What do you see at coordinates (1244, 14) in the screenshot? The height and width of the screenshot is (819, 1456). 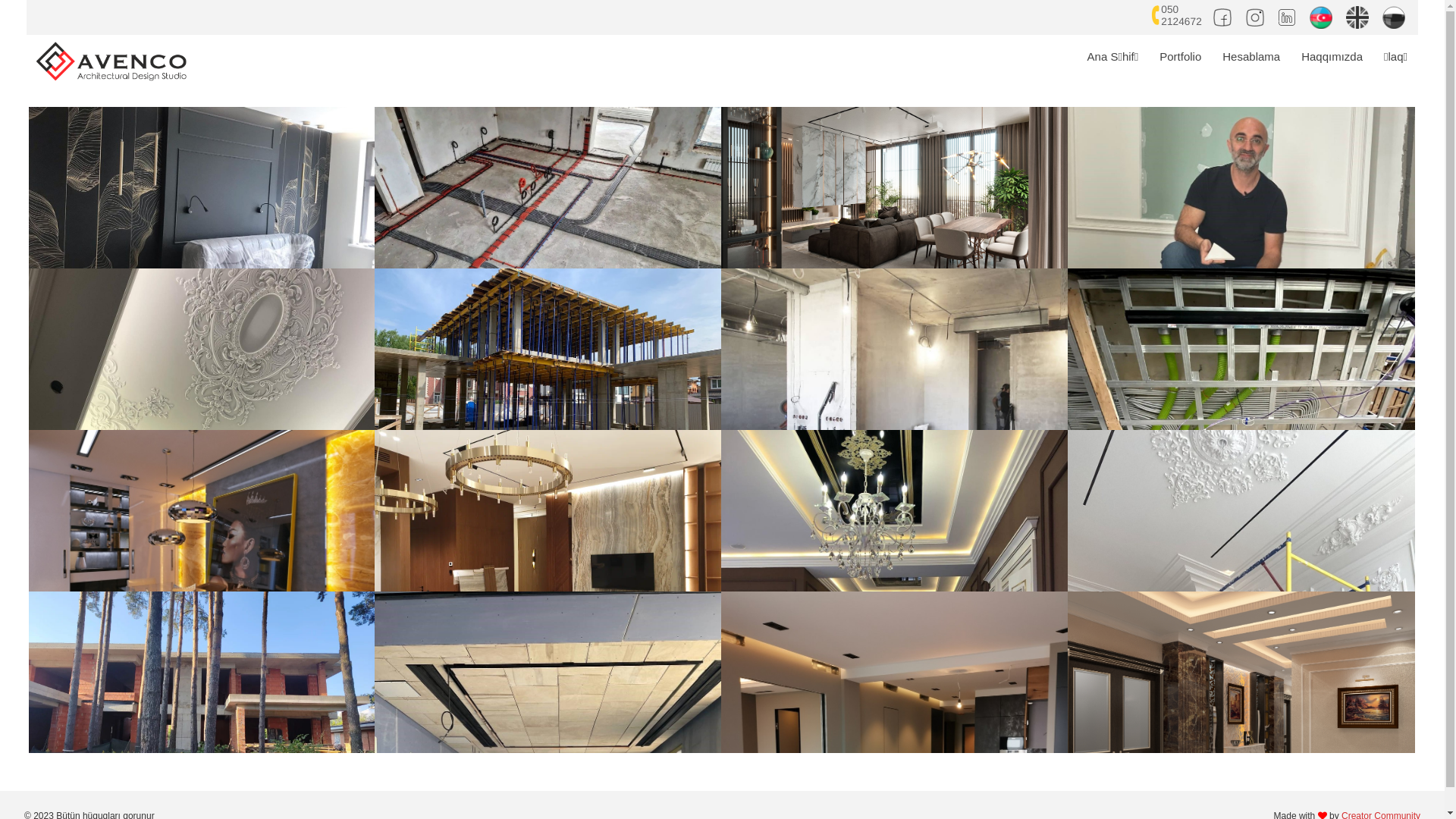 I see `'Instagram'` at bounding box center [1244, 14].